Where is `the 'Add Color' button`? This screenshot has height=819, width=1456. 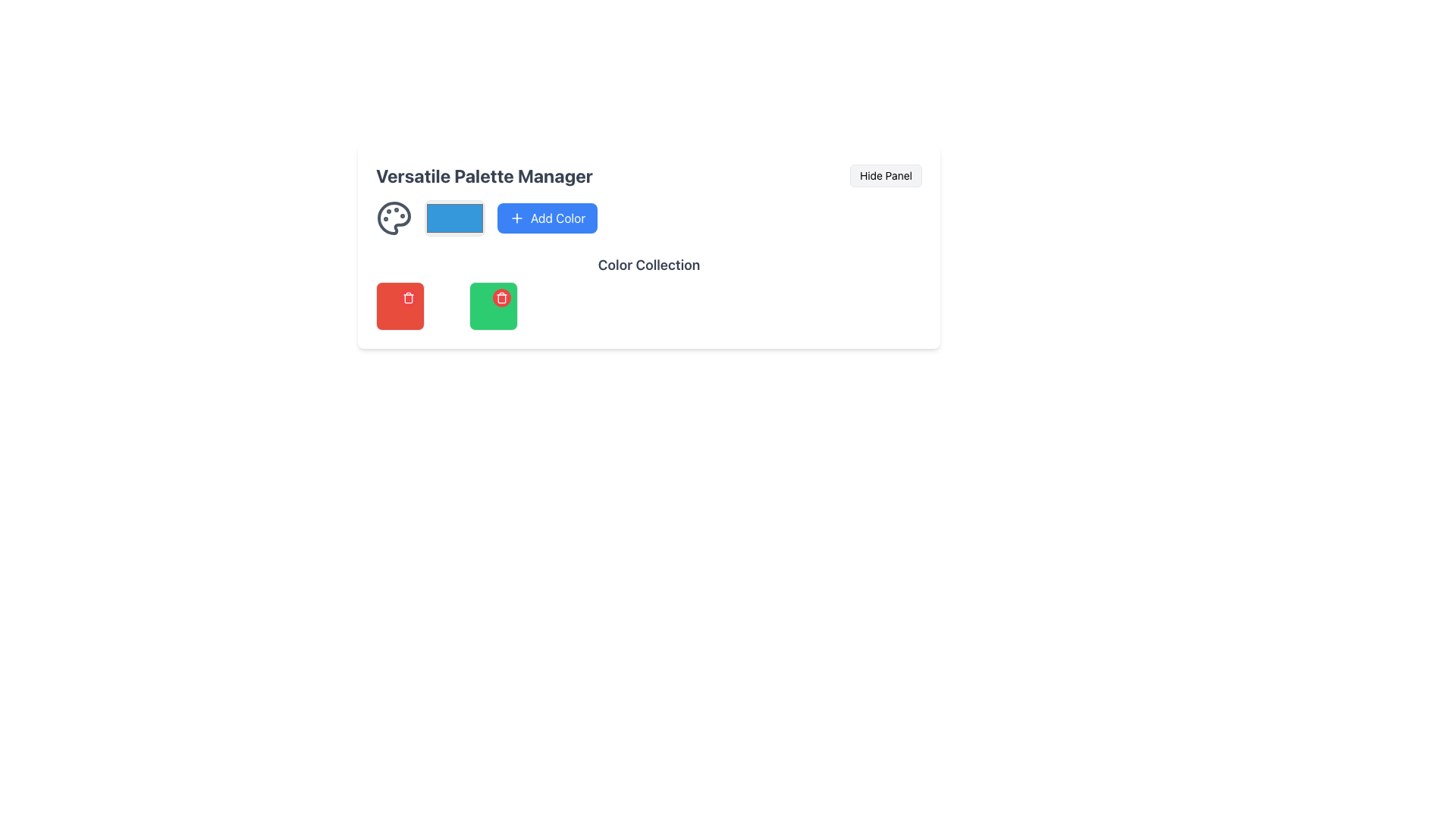
the 'Add Color' button is located at coordinates (516, 218).